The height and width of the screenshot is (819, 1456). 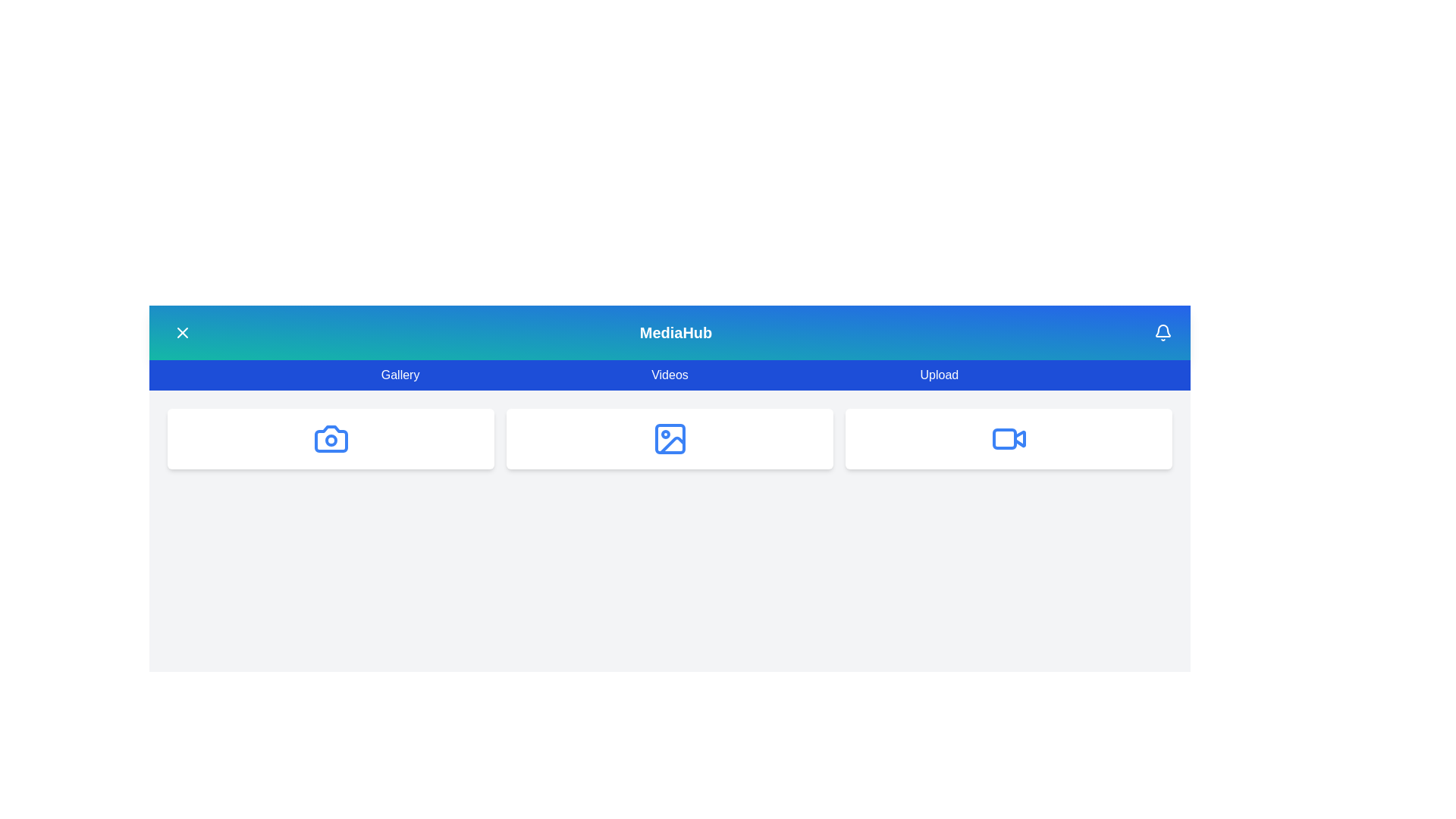 What do you see at coordinates (182, 332) in the screenshot?
I see `menu button to toggle the menu visibility` at bounding box center [182, 332].